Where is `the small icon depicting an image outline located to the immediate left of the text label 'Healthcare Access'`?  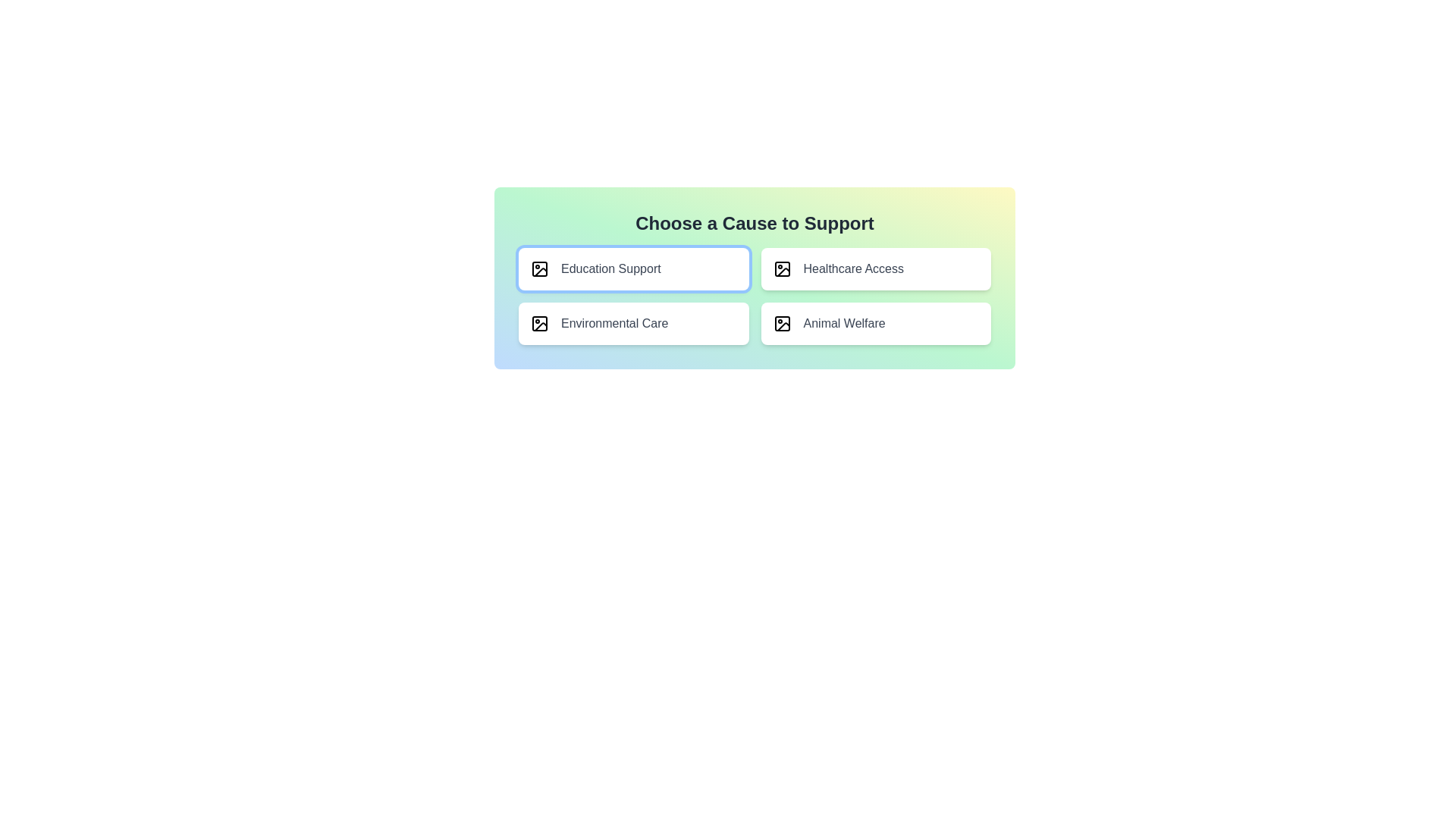 the small icon depicting an image outline located to the immediate left of the text label 'Healthcare Access' is located at coordinates (782, 268).